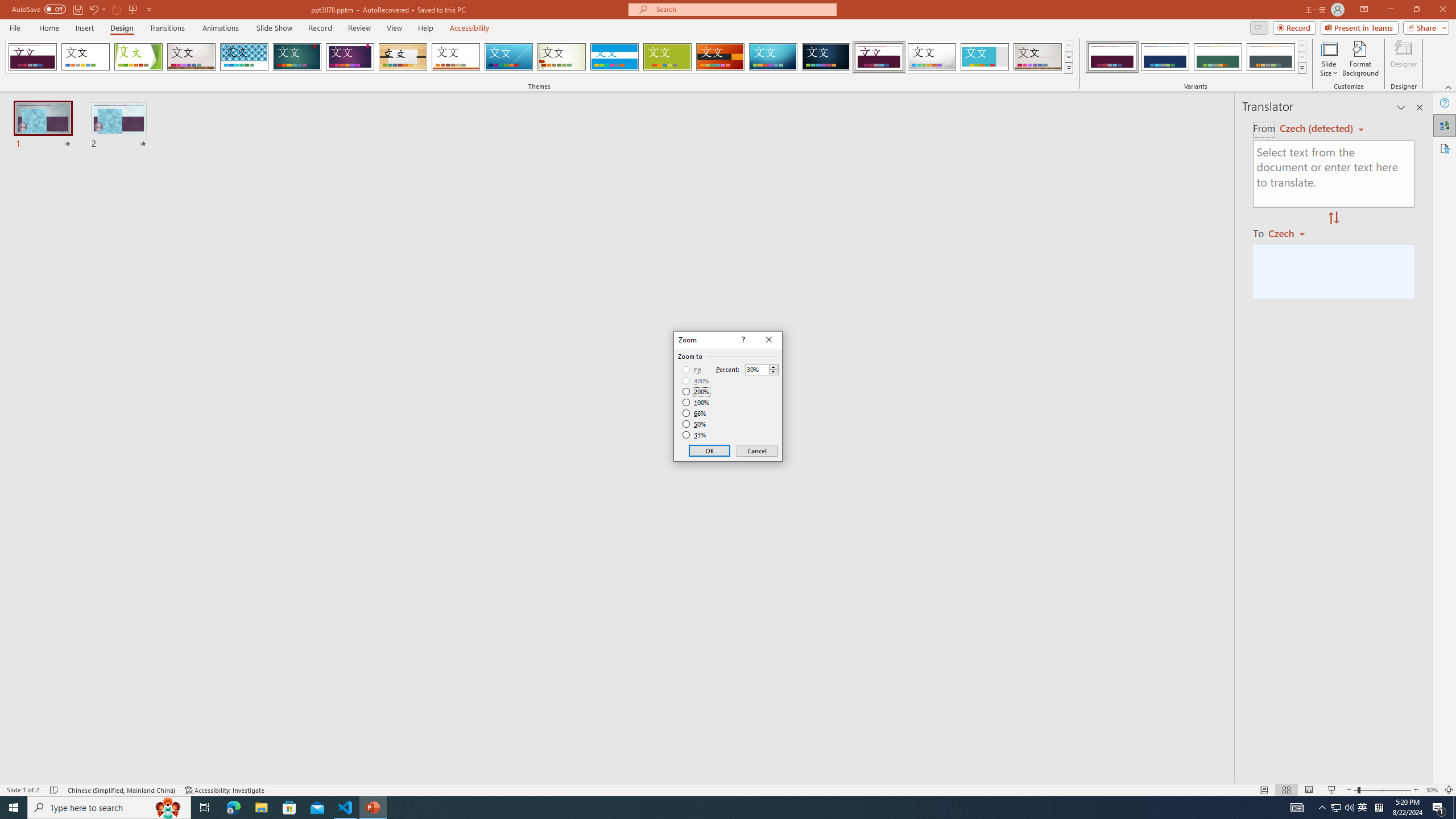  I want to click on 'AutomationID: ThemeVariantsGallery', so click(1196, 56).